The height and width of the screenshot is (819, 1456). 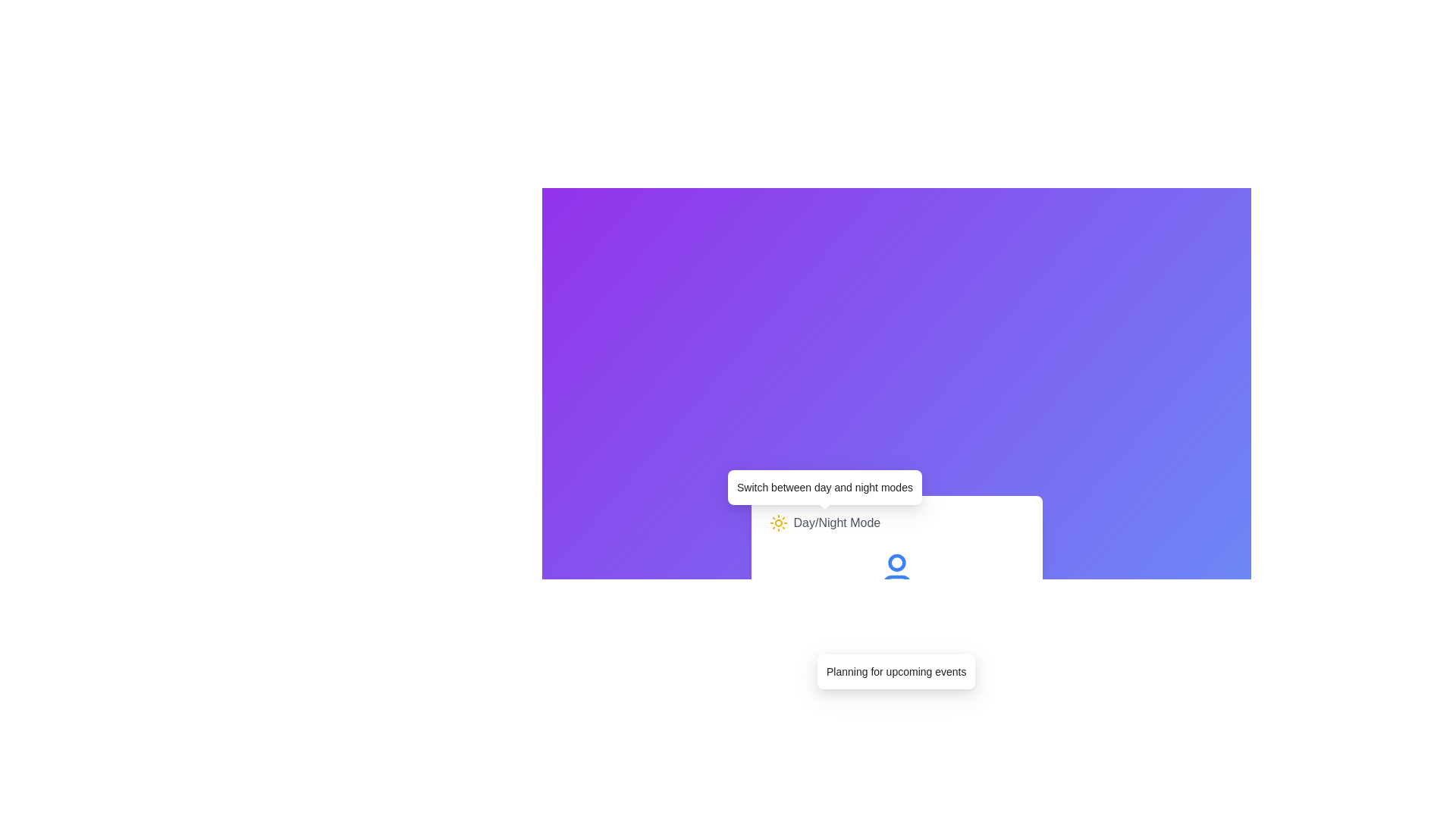 What do you see at coordinates (824, 522) in the screenshot?
I see `the 'Day/Night Mode' text label with icon` at bounding box center [824, 522].